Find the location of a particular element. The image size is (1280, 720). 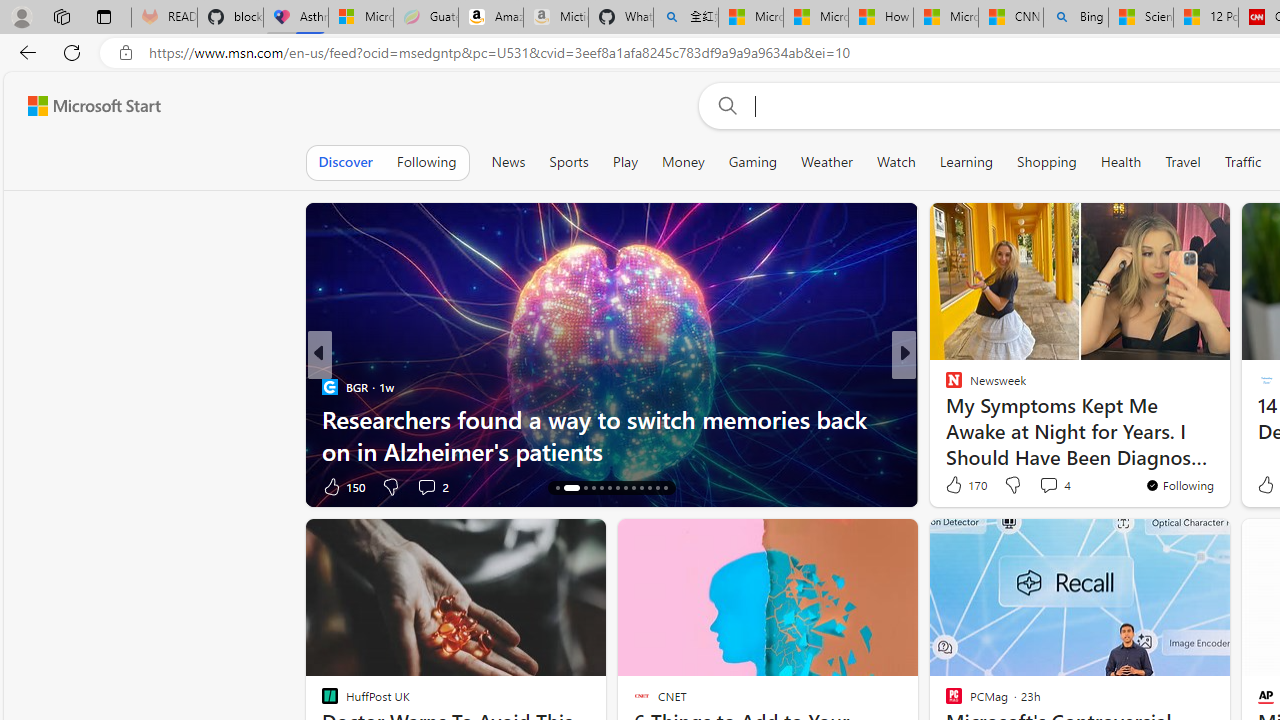

'AutomationID: tab-26' is located at coordinates (664, 488).